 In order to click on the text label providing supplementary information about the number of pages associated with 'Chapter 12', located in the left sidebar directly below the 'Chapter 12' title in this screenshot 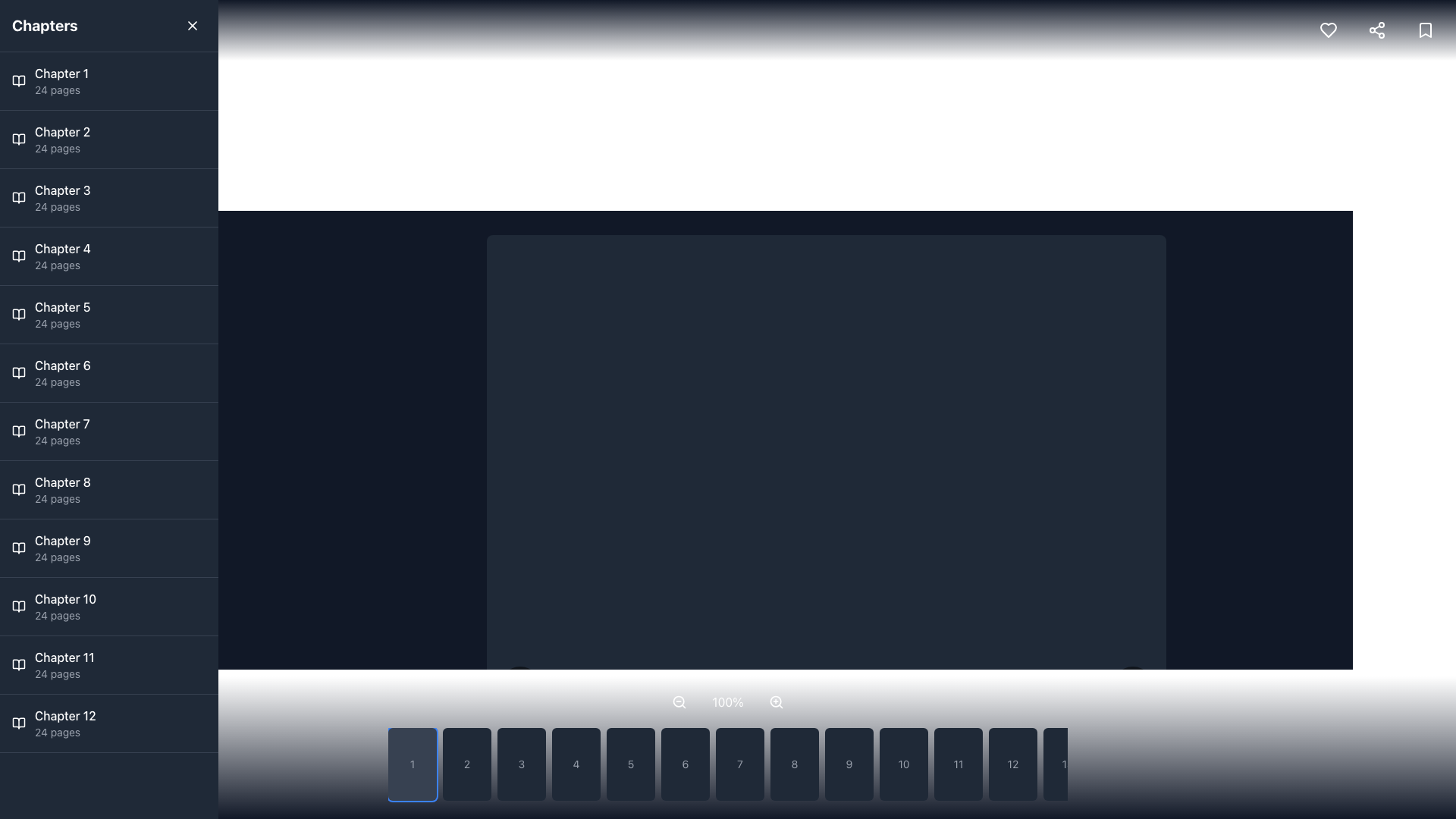, I will do `click(64, 731)`.